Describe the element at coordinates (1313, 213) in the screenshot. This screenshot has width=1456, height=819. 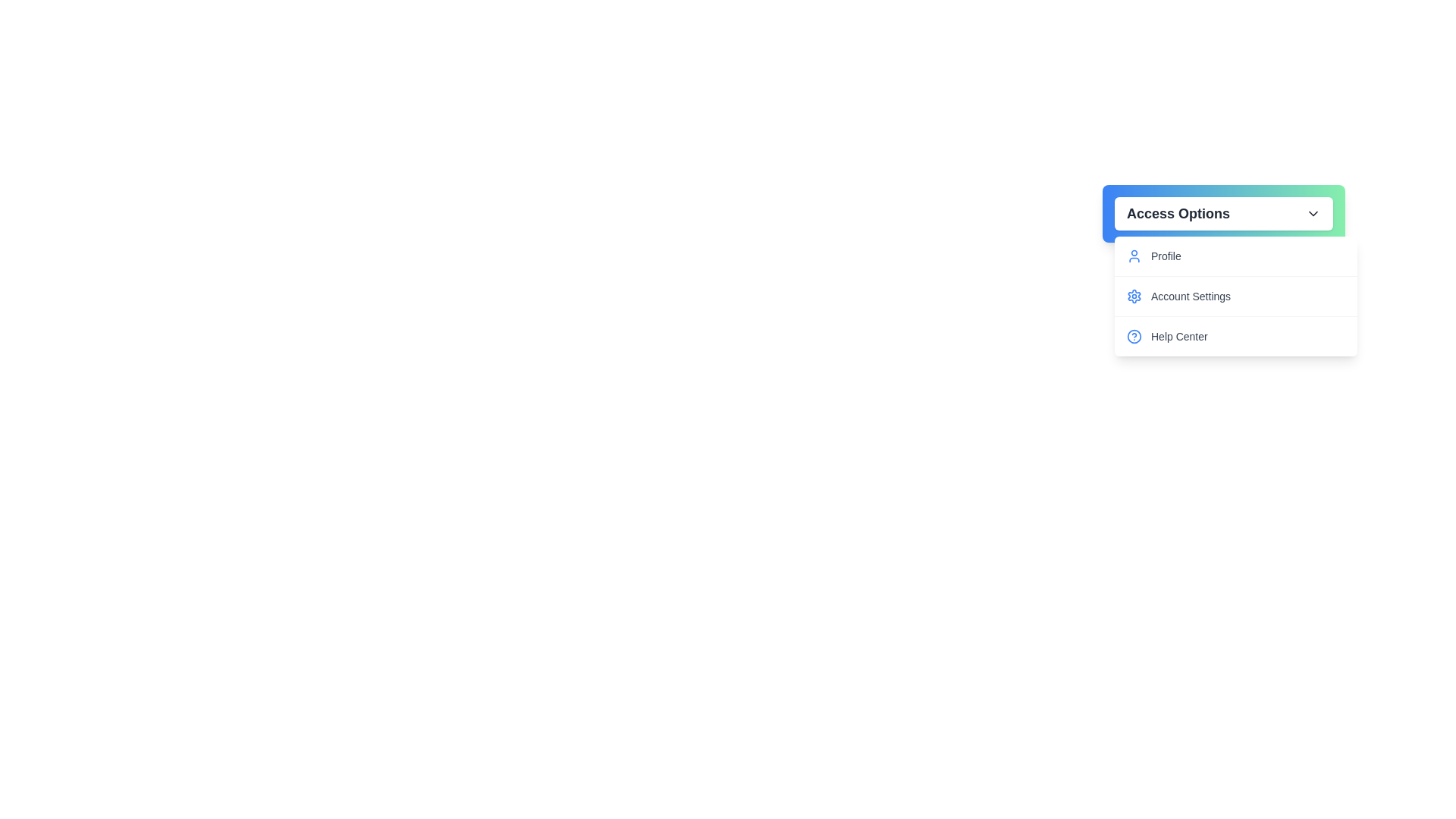
I see `the Dropdown indicator icon located at the far-right edge of the 'Access Options' button` at that location.